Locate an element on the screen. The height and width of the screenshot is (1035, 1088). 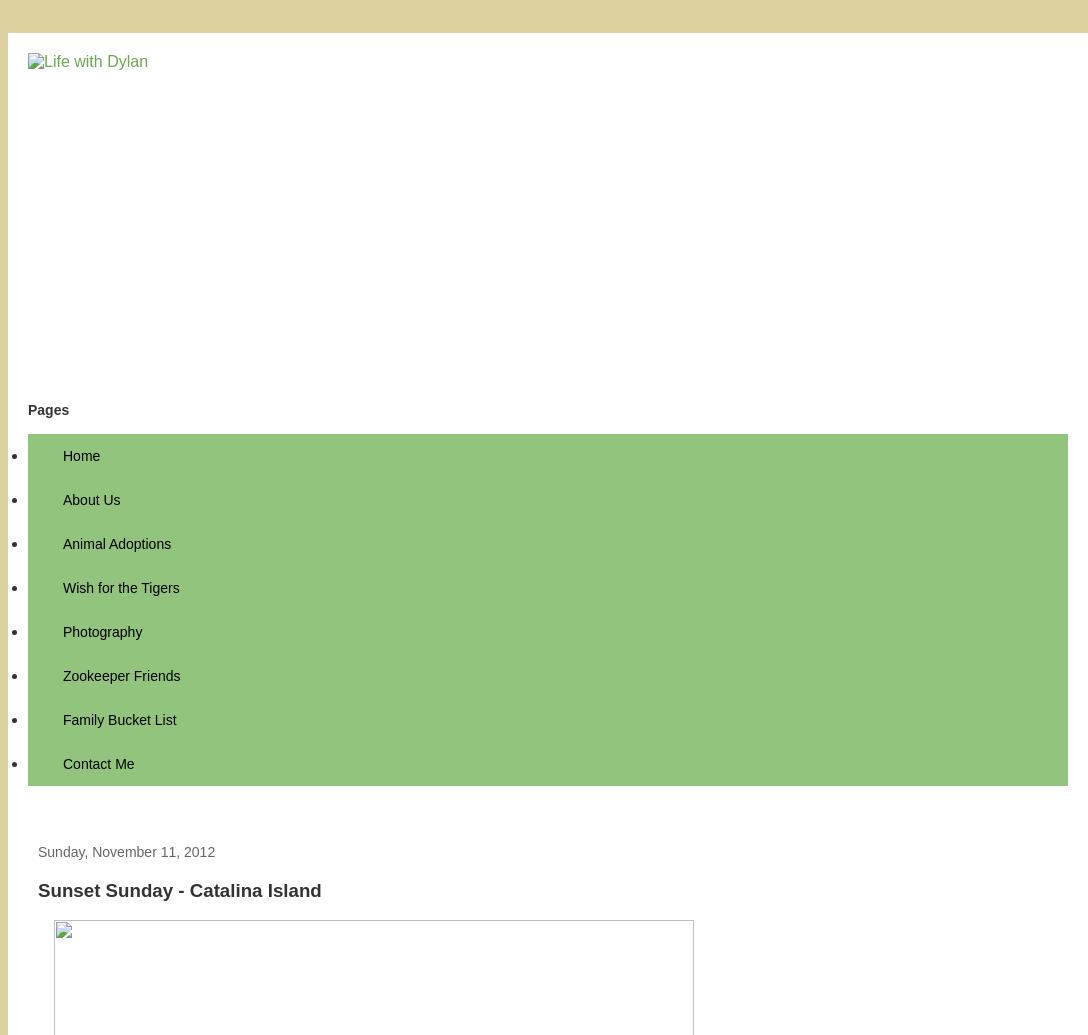
'Zookeeper Friends' is located at coordinates (121, 674).